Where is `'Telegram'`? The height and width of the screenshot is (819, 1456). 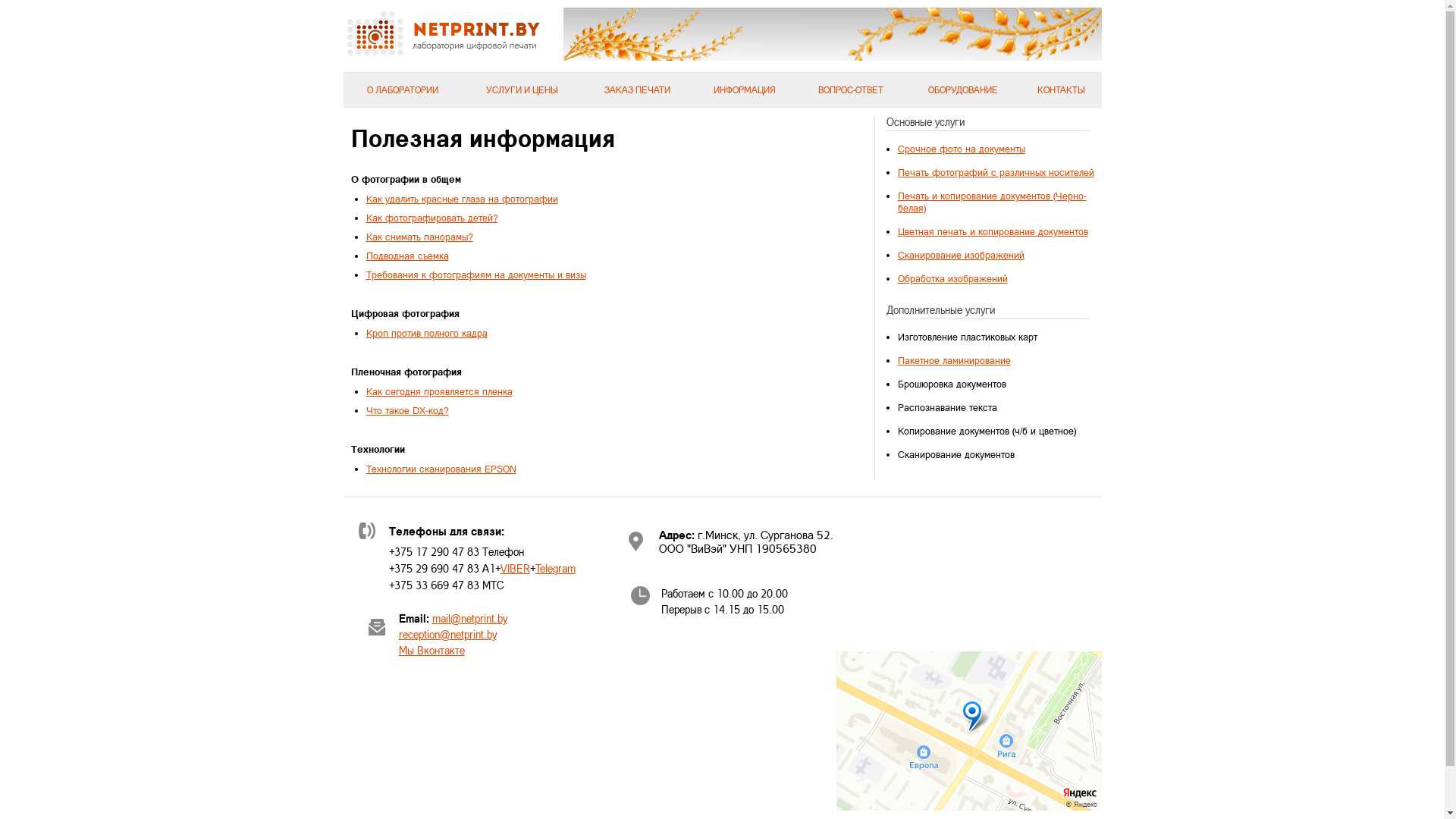
'Telegram' is located at coordinates (554, 568).